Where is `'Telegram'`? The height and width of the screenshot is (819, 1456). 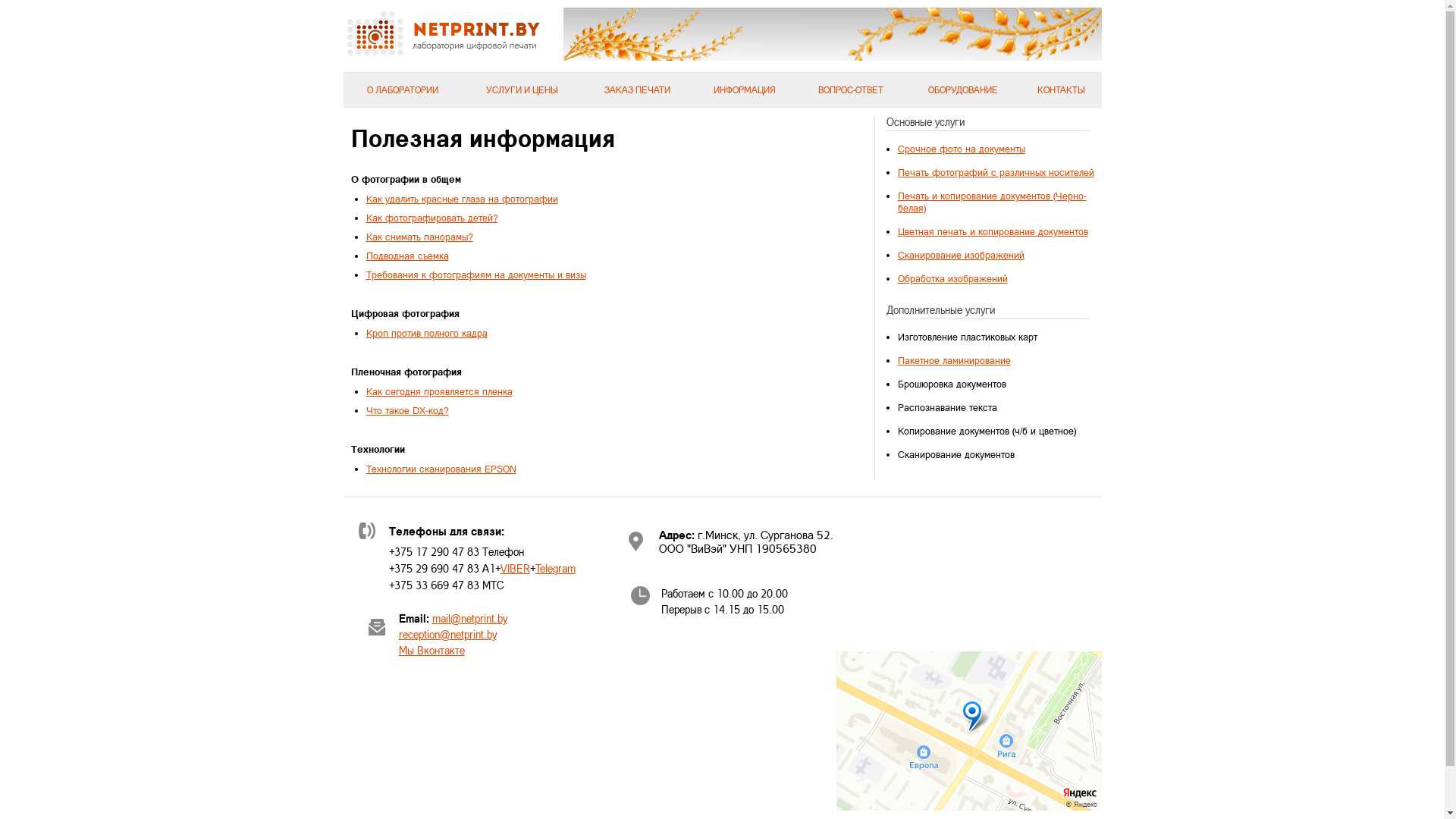
'Telegram' is located at coordinates (554, 568).